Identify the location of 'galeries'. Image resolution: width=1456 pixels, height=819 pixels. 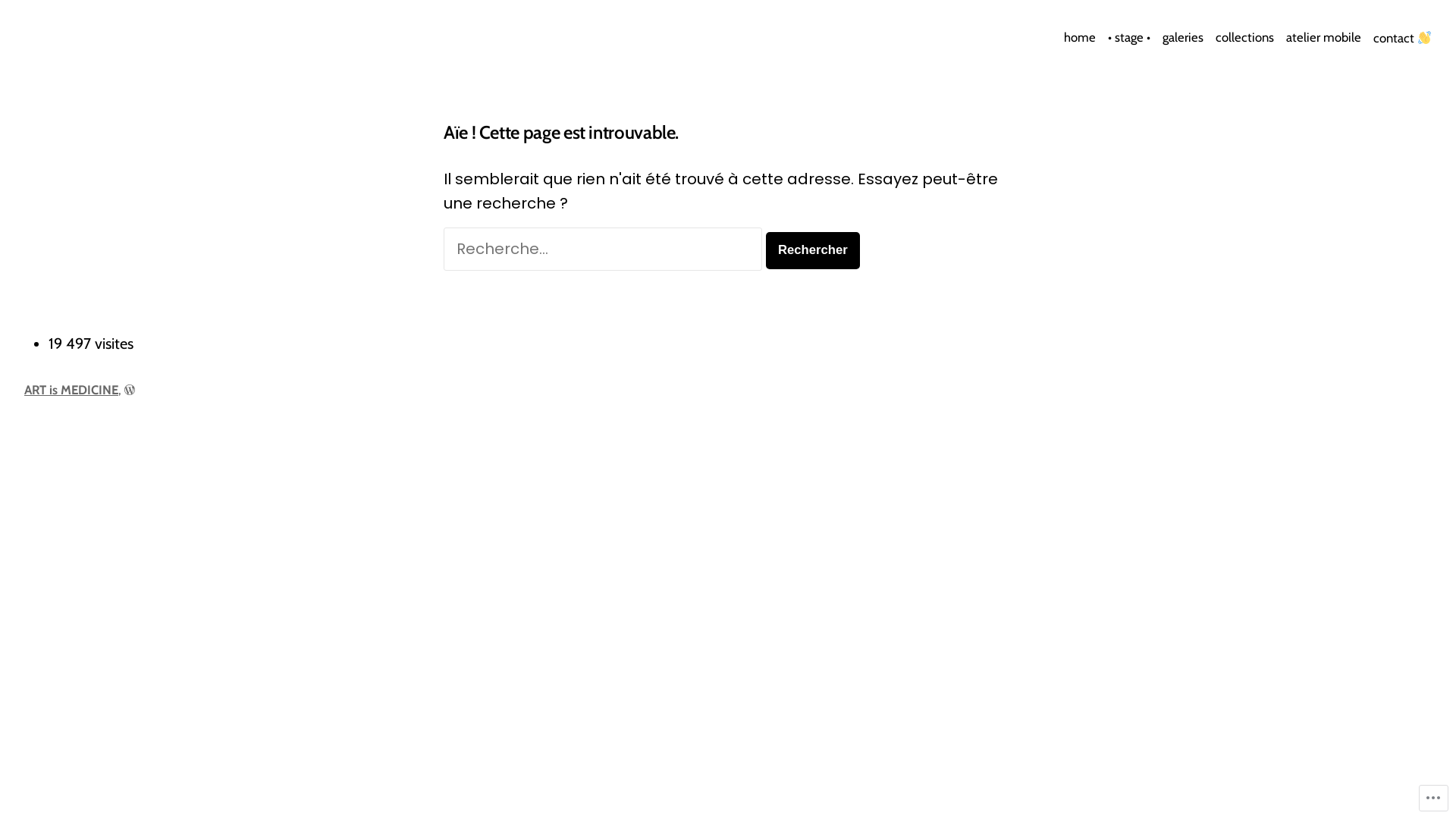
(1182, 37).